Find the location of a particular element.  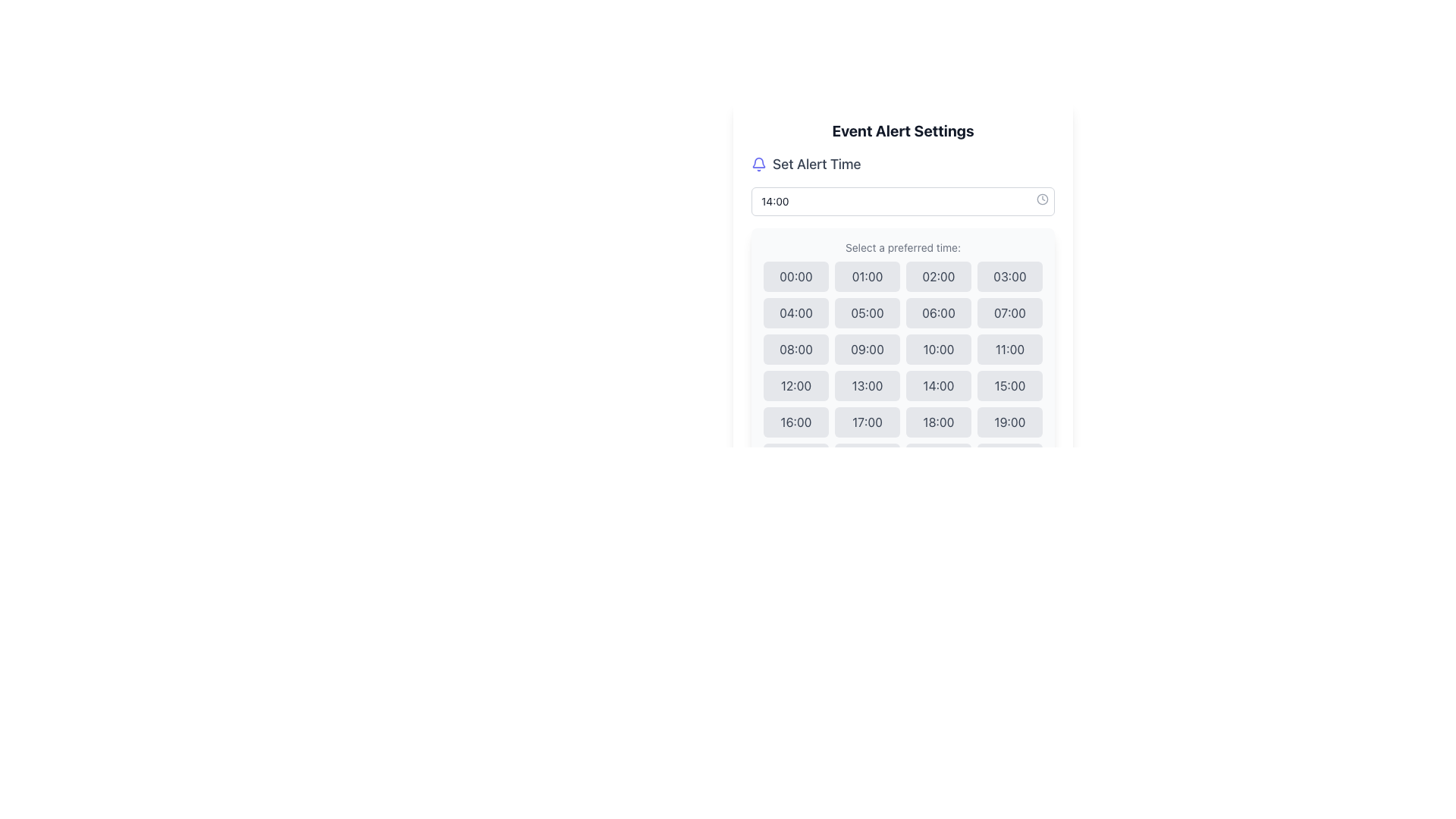

the button that allows users is located at coordinates (1009, 312).